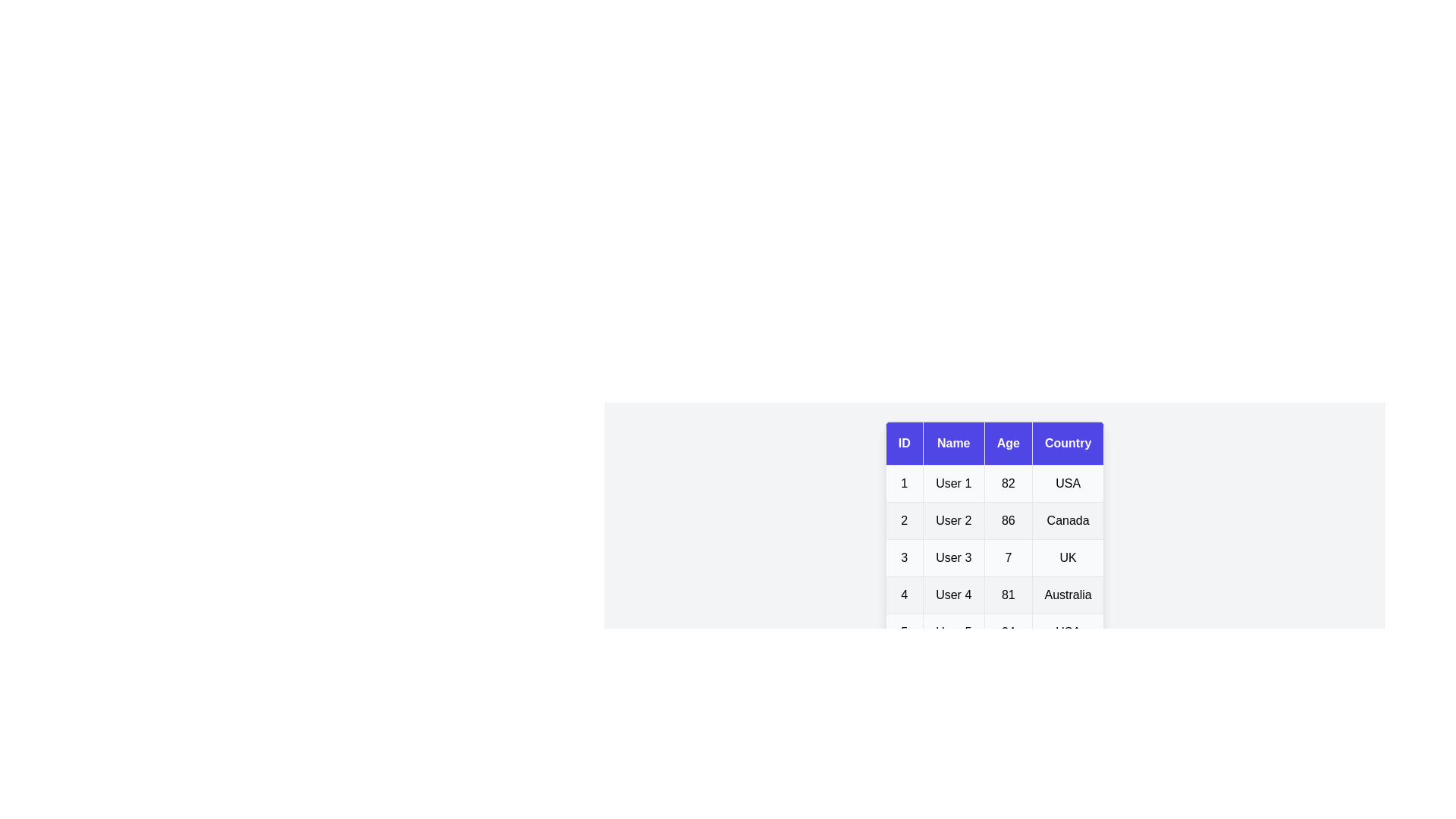  Describe the element at coordinates (904, 444) in the screenshot. I see `the ID header to sort the table` at that location.